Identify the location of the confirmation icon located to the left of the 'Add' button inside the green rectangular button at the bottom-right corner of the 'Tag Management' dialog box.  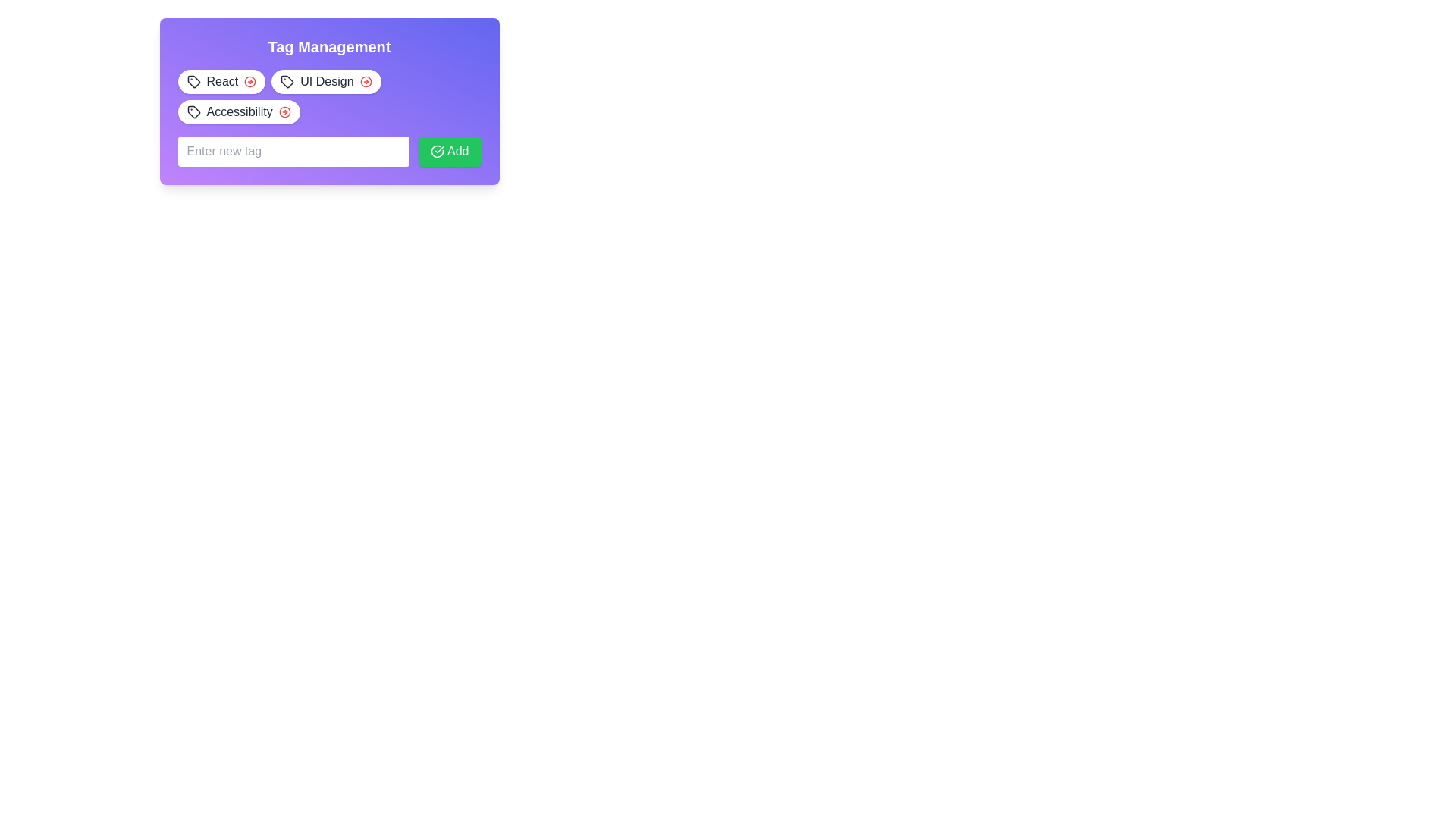
(436, 152).